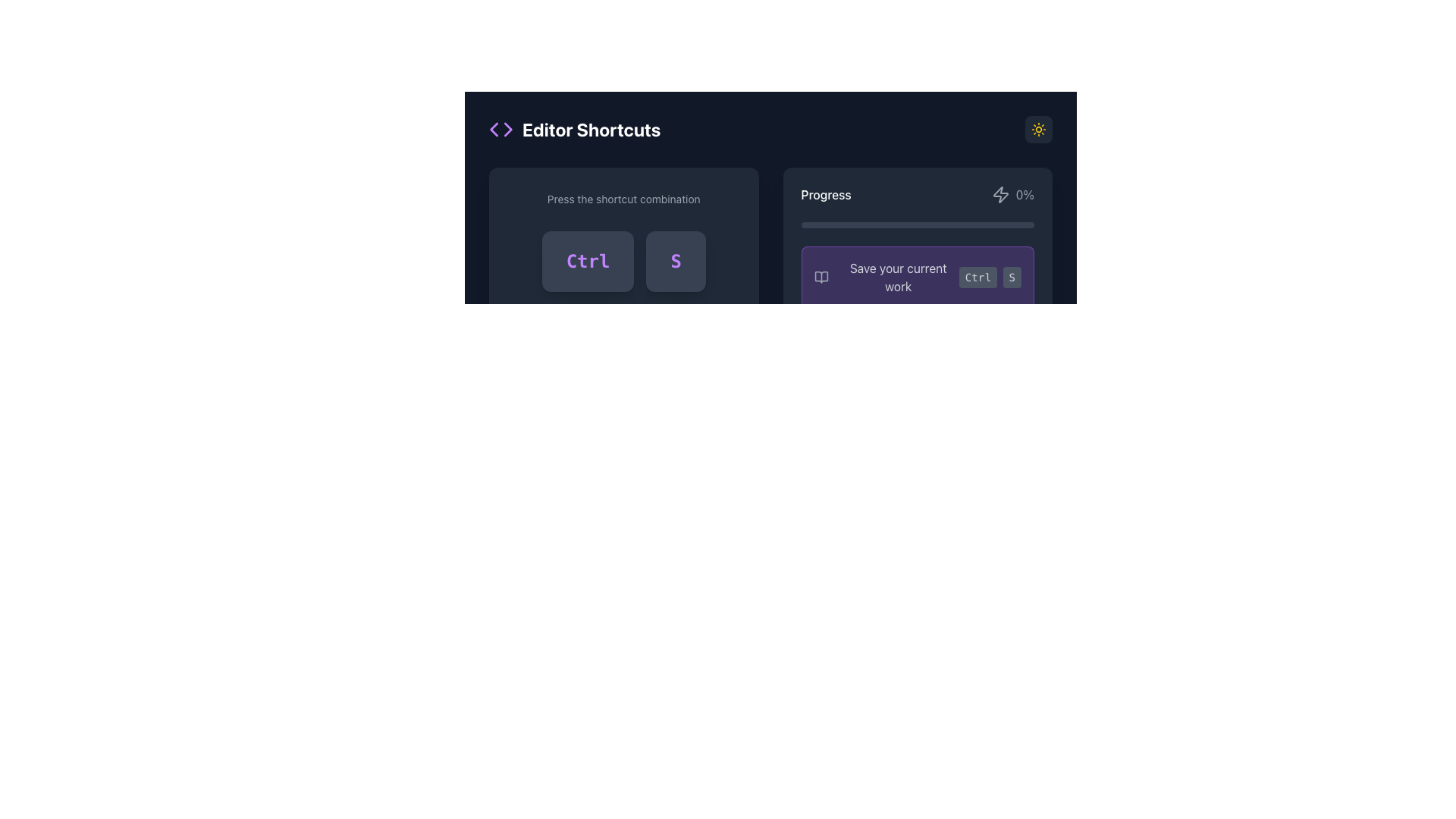  What do you see at coordinates (587, 260) in the screenshot?
I see `the 'Ctrl' key button displayed in the panel labeled 'Press the shortcut combination', which is the first button from the left` at bounding box center [587, 260].